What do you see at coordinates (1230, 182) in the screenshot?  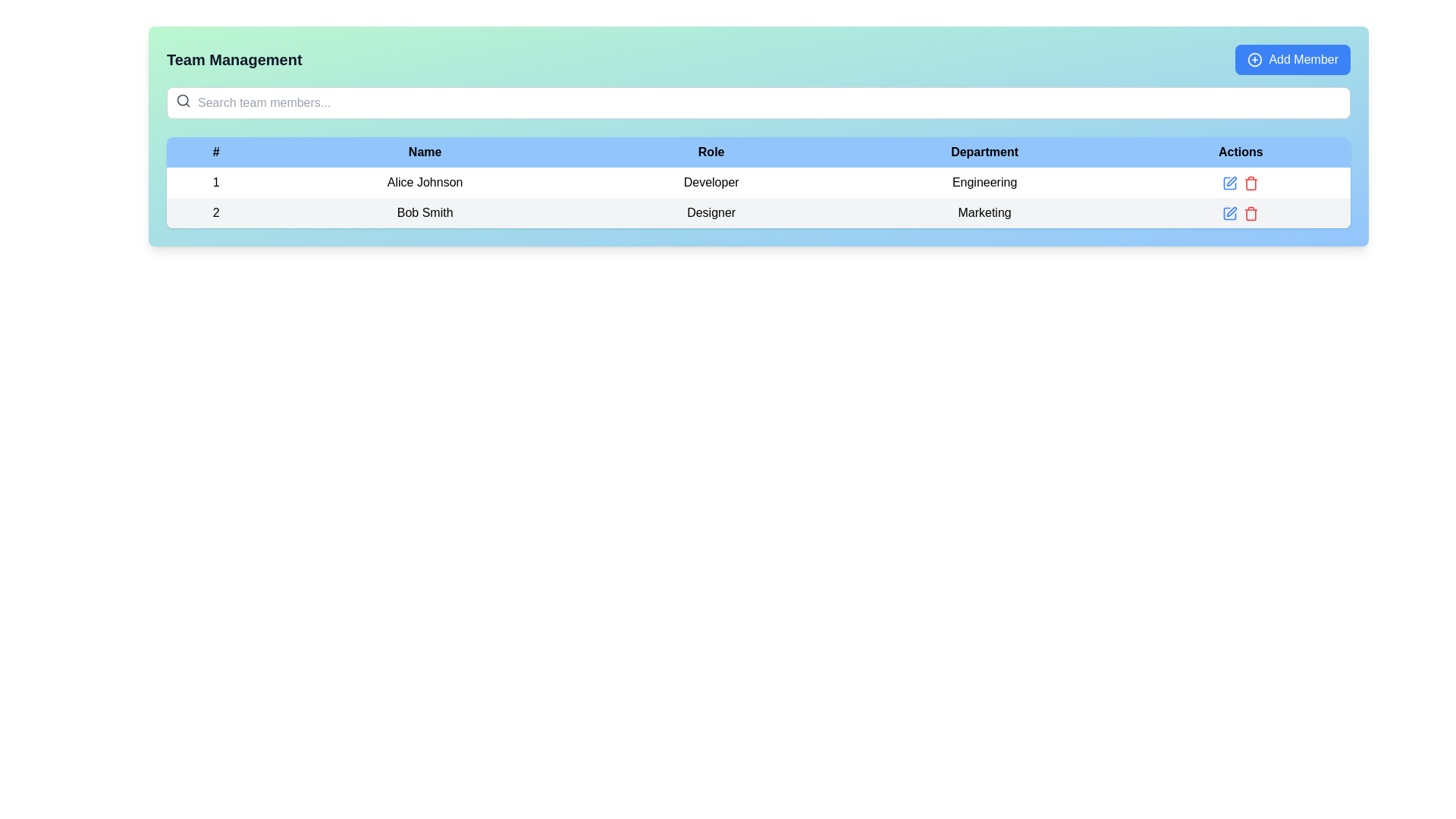 I see `the edit icon button located in the 'Actions' column of the first row in the table to change its color` at bounding box center [1230, 182].